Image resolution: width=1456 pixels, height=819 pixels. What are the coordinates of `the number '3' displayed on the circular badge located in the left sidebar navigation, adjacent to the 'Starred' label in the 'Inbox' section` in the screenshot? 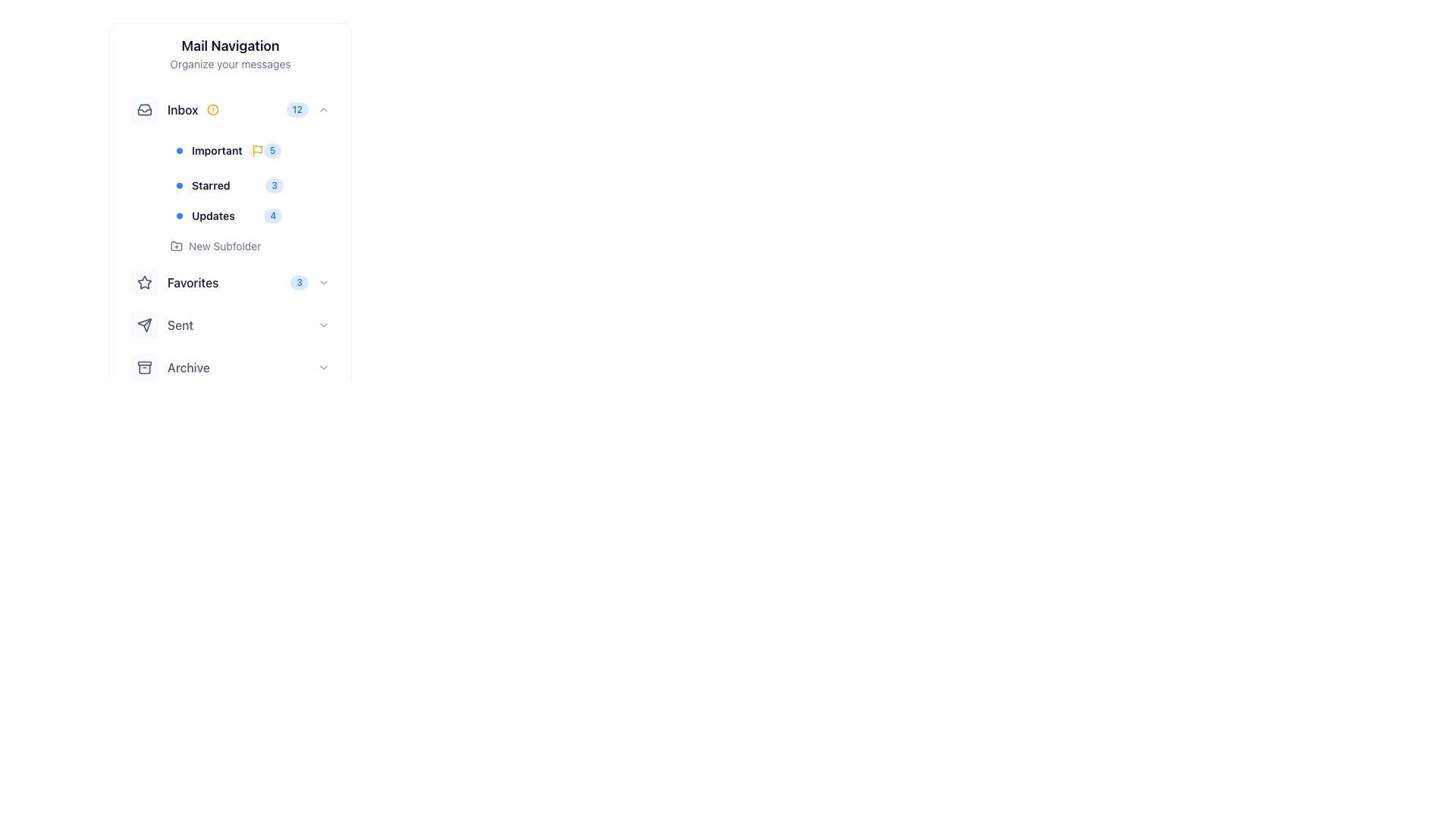 It's located at (275, 185).